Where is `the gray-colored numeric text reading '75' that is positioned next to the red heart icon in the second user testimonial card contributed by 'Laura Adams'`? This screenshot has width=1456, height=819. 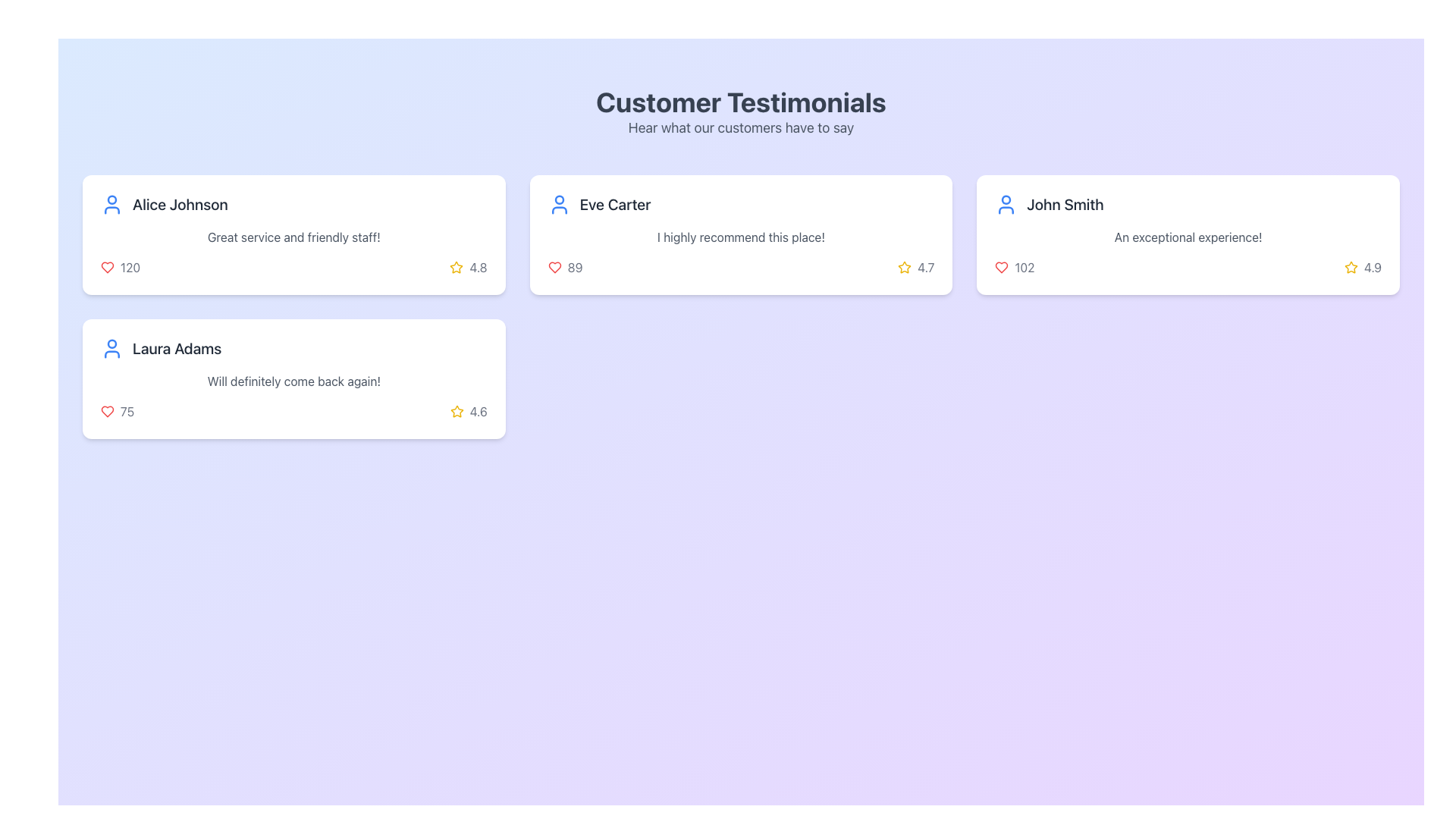 the gray-colored numeric text reading '75' that is positioned next to the red heart icon in the second user testimonial card contributed by 'Laura Adams' is located at coordinates (127, 412).